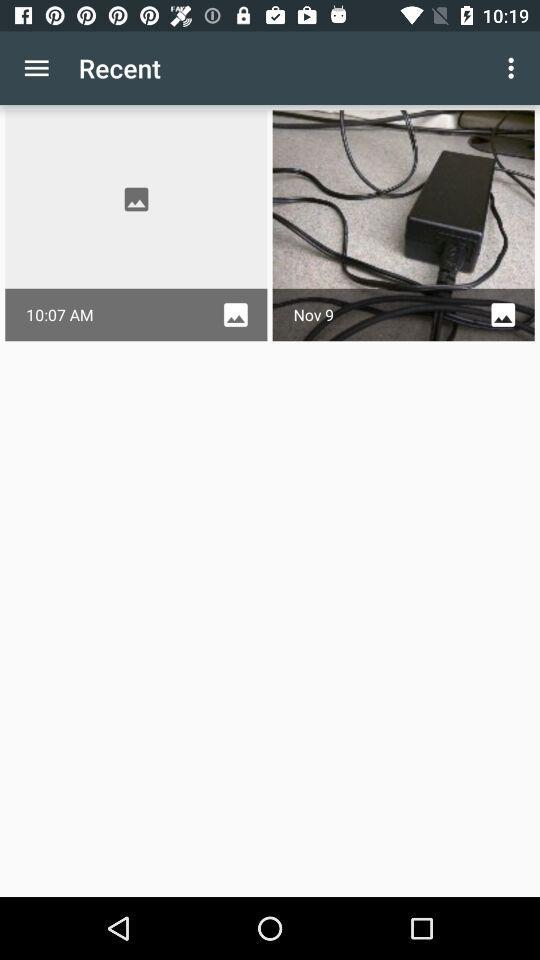 This screenshot has height=960, width=540. Describe the element at coordinates (36, 68) in the screenshot. I see `item next to the recent item` at that location.